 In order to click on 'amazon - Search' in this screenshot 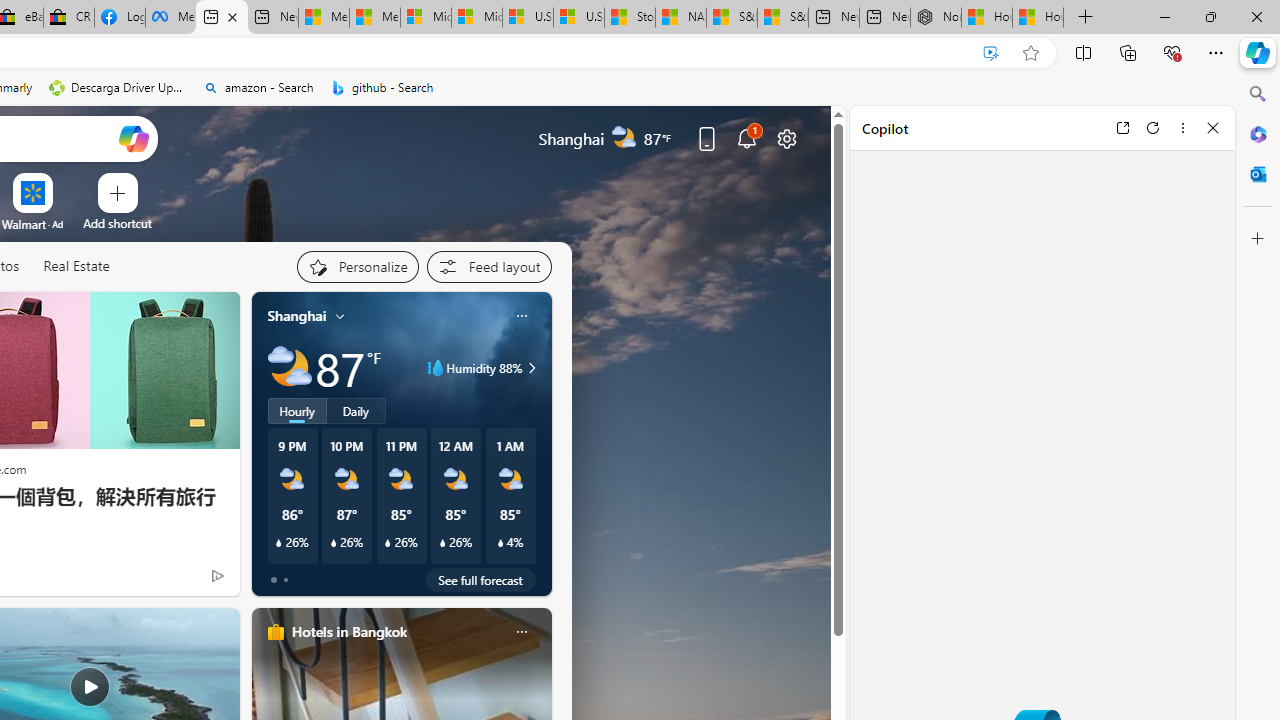, I will do `click(257, 87)`.